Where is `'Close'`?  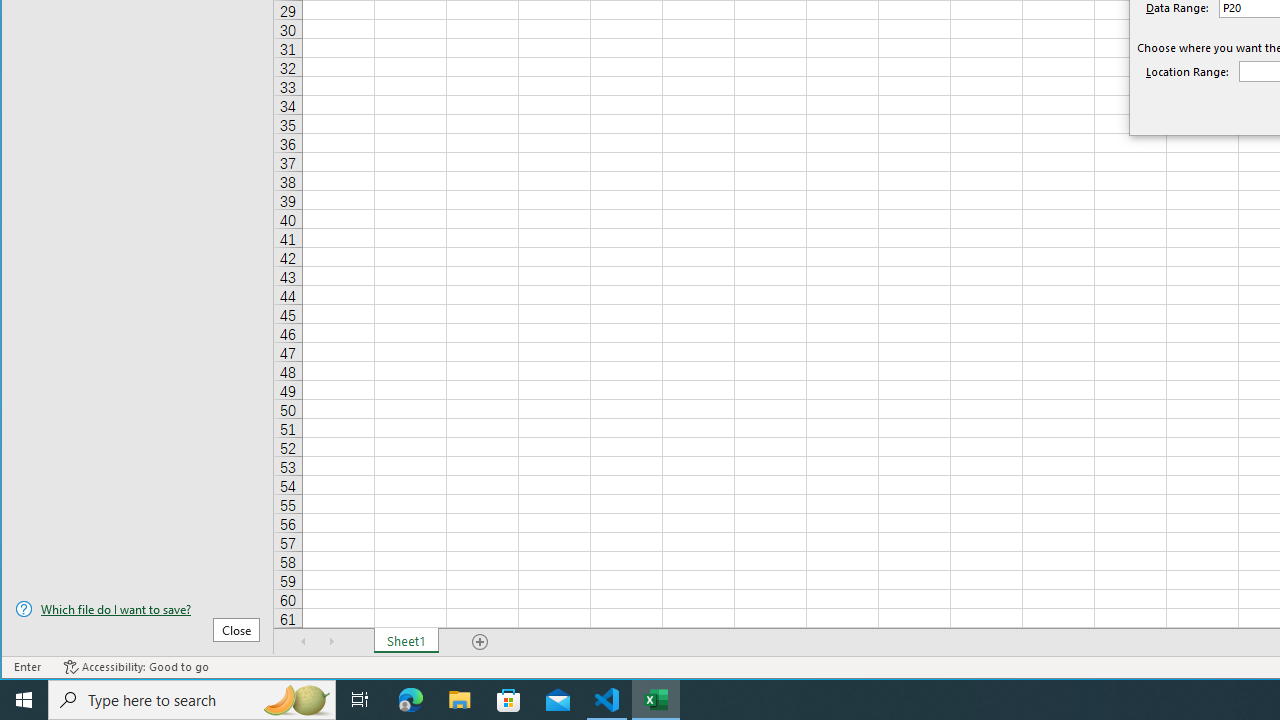
'Close' is located at coordinates (236, 630).